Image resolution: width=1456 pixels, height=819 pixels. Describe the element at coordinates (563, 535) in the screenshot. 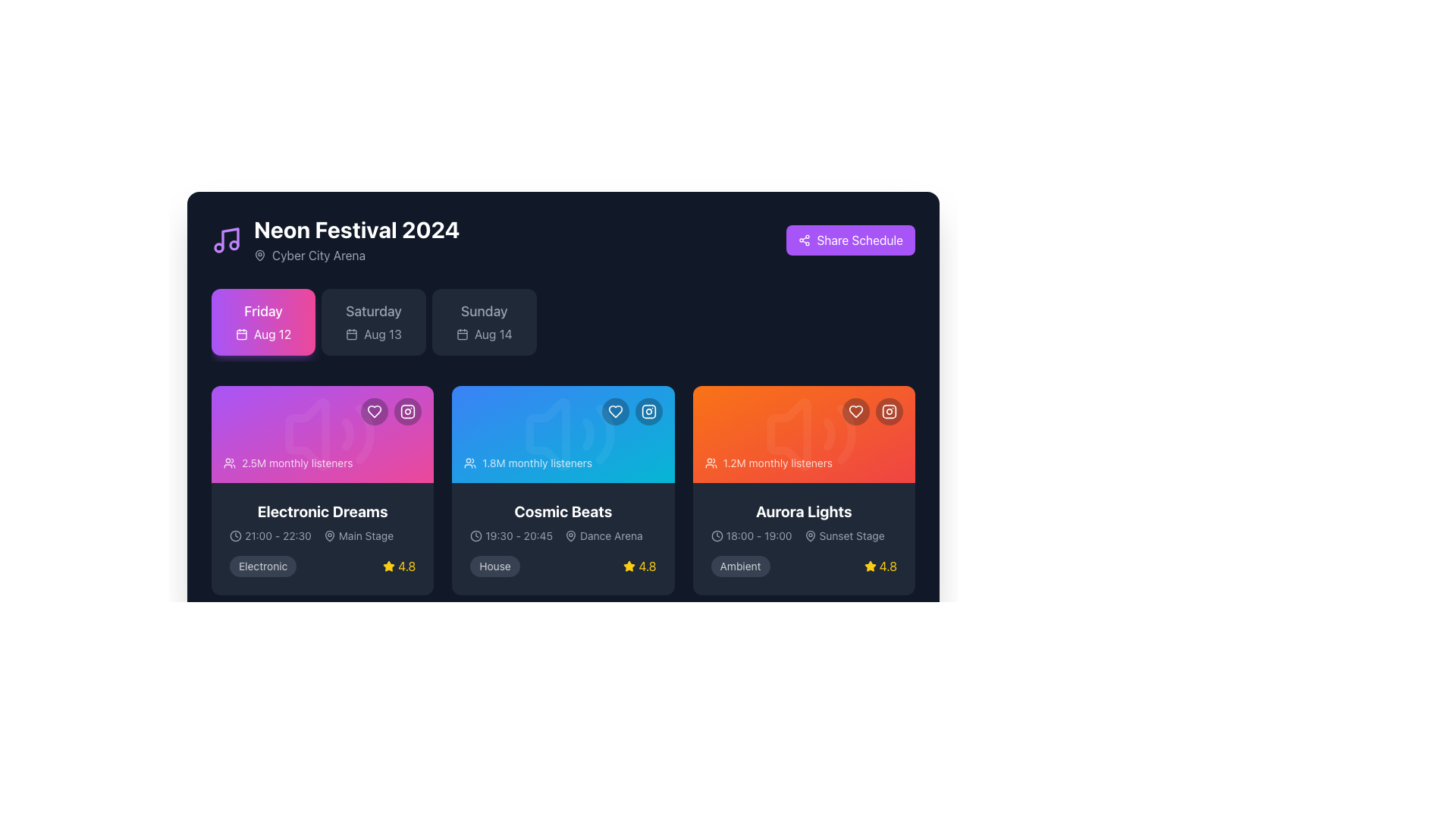

I see `the Text and icon group displaying the event's time duration '19:30 - 20:45' and location 'Dance Arena', located within the blue card labeled 'Cosmic Beats'` at that location.